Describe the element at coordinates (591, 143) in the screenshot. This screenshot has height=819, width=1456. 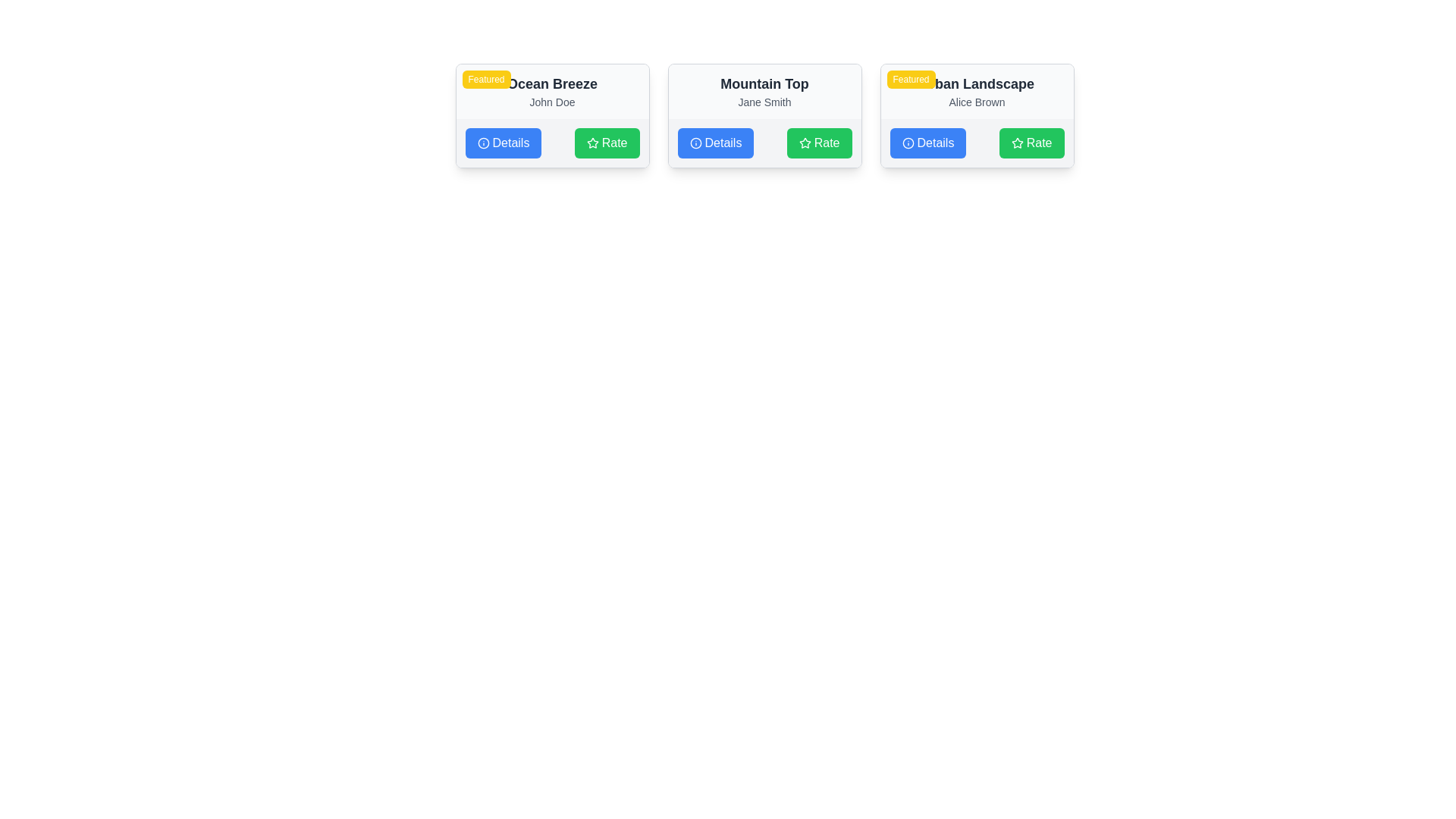
I see `the rating icon within the 'Rate' button of the 'Ocean Breeze' card` at that location.